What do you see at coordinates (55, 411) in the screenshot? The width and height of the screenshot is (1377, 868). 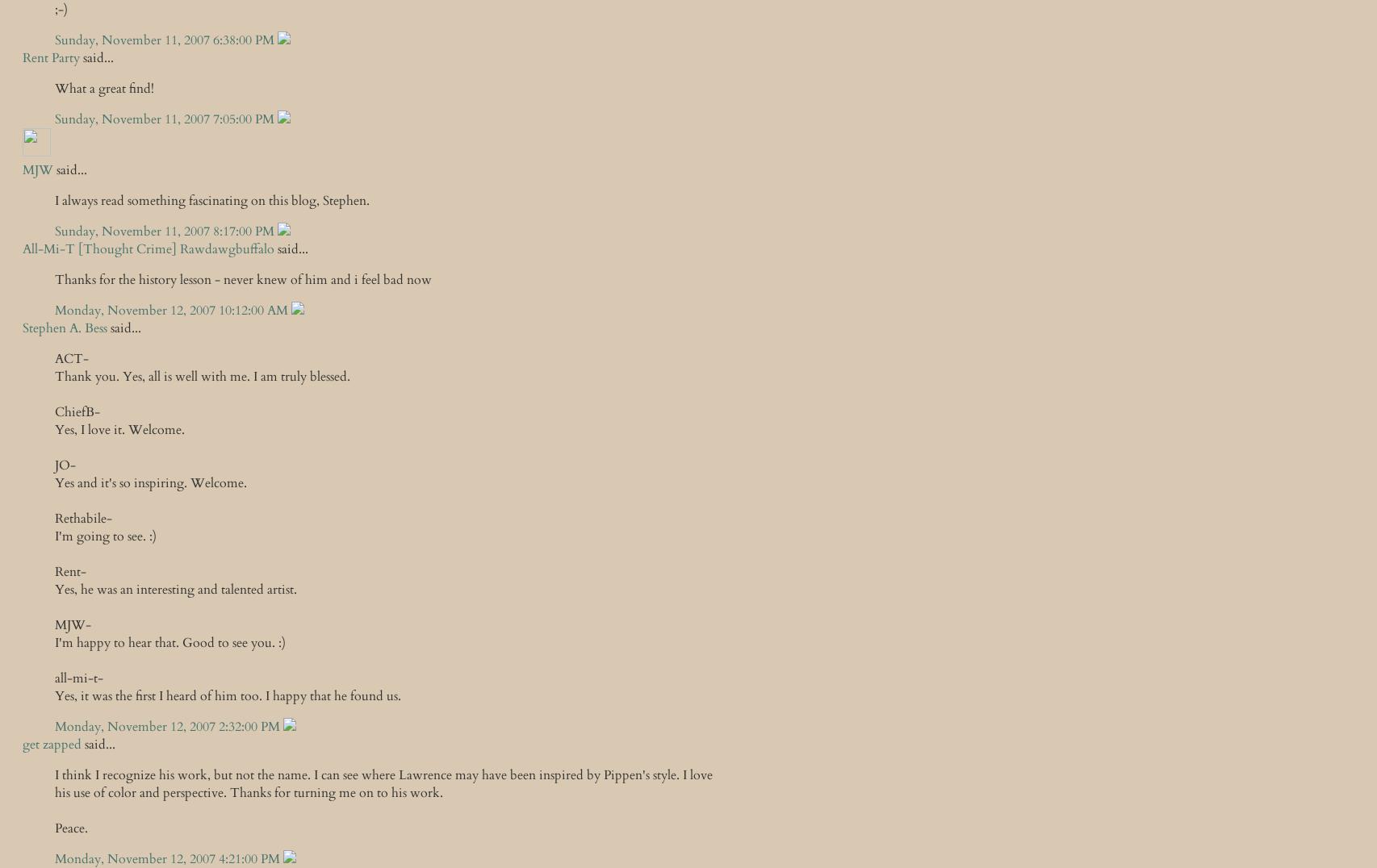 I see `'ChiefB-'` at bounding box center [55, 411].